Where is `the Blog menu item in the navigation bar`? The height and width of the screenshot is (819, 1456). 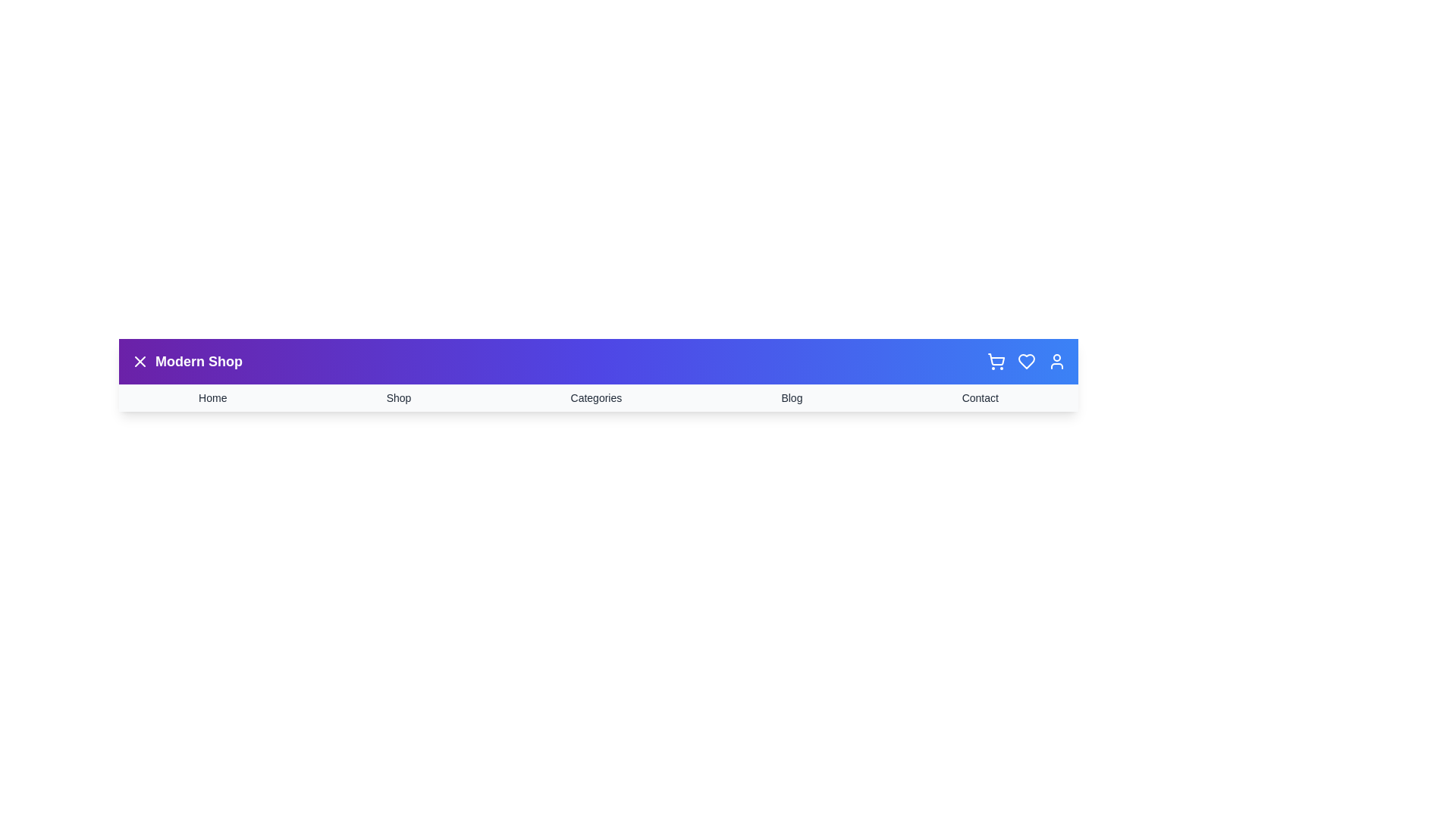
the Blog menu item in the navigation bar is located at coordinates (790, 397).